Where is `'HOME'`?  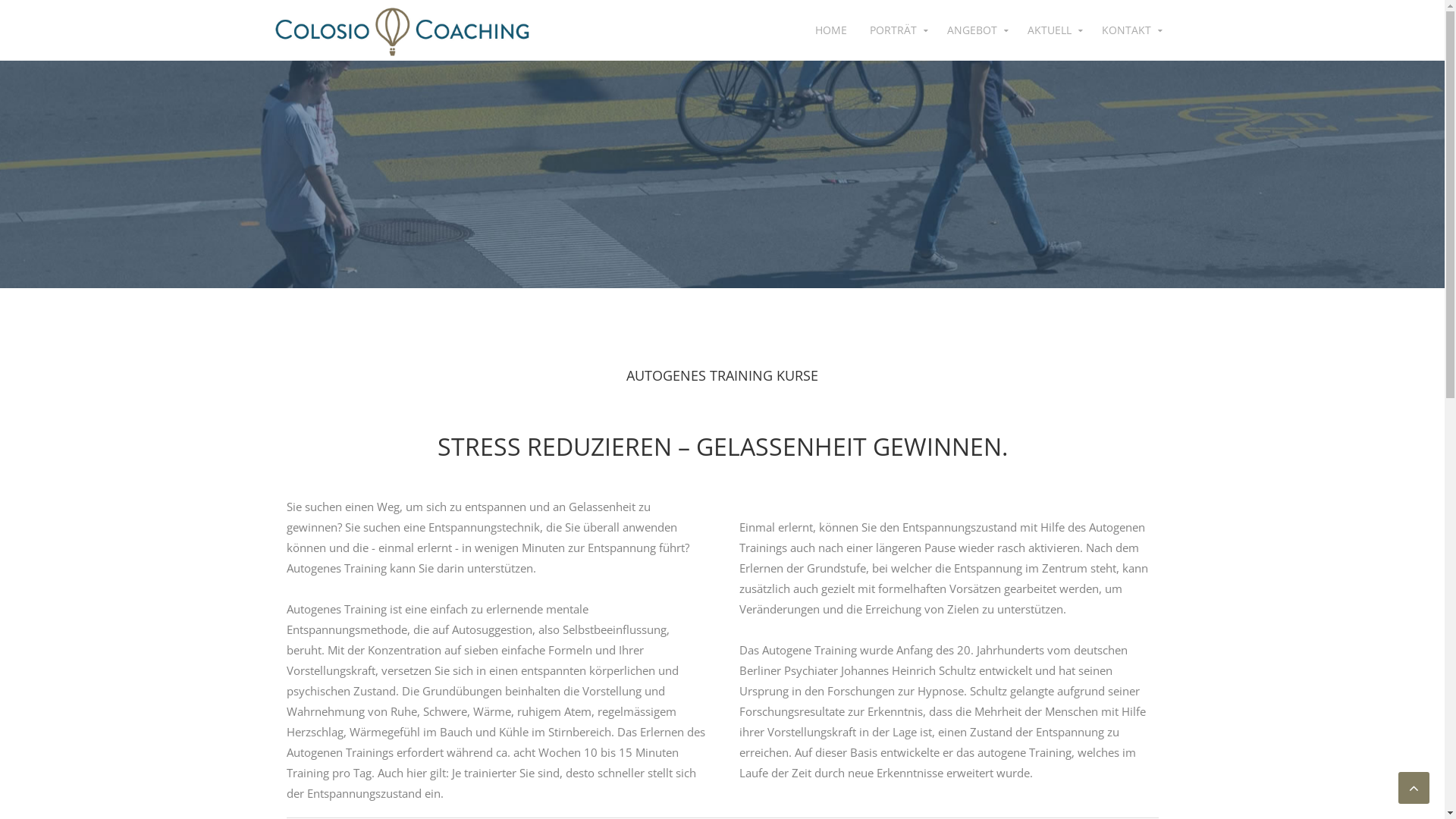 'HOME' is located at coordinates (830, 30).